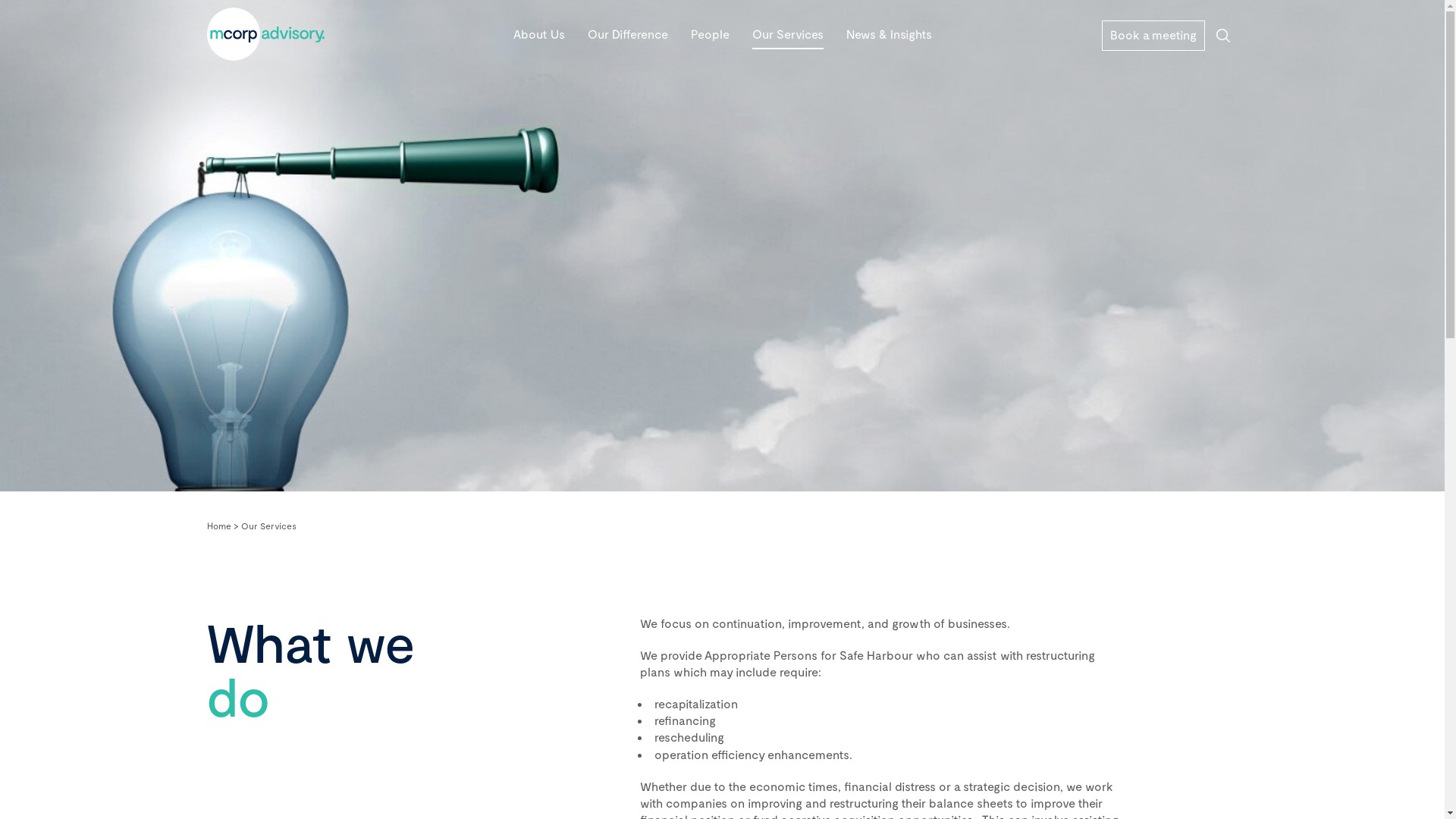  Describe the element at coordinates (513, 34) in the screenshot. I see `'About Us'` at that location.